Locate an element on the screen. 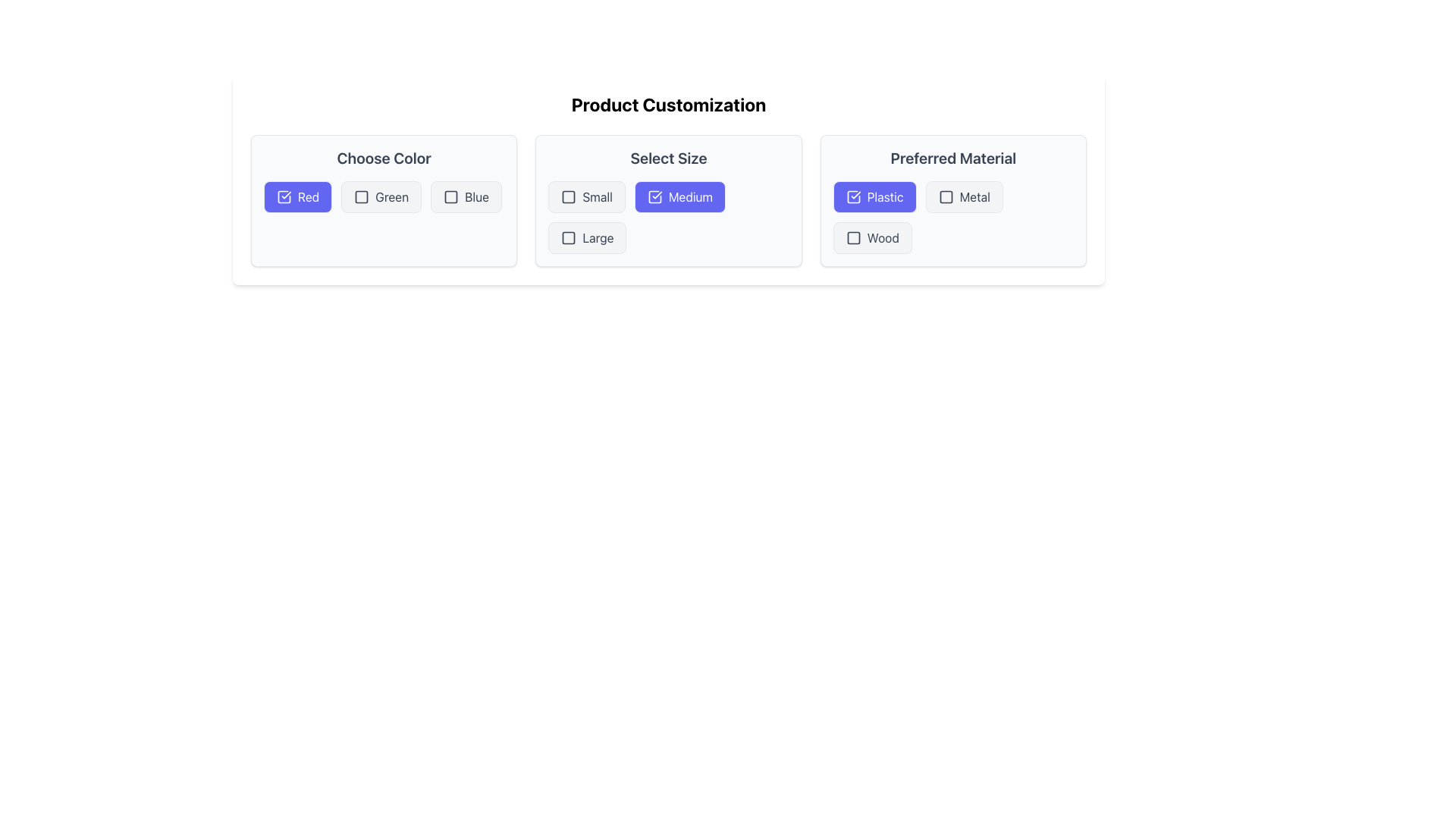  the 'Small' size button in the 'Select Size' group is located at coordinates (586, 196).